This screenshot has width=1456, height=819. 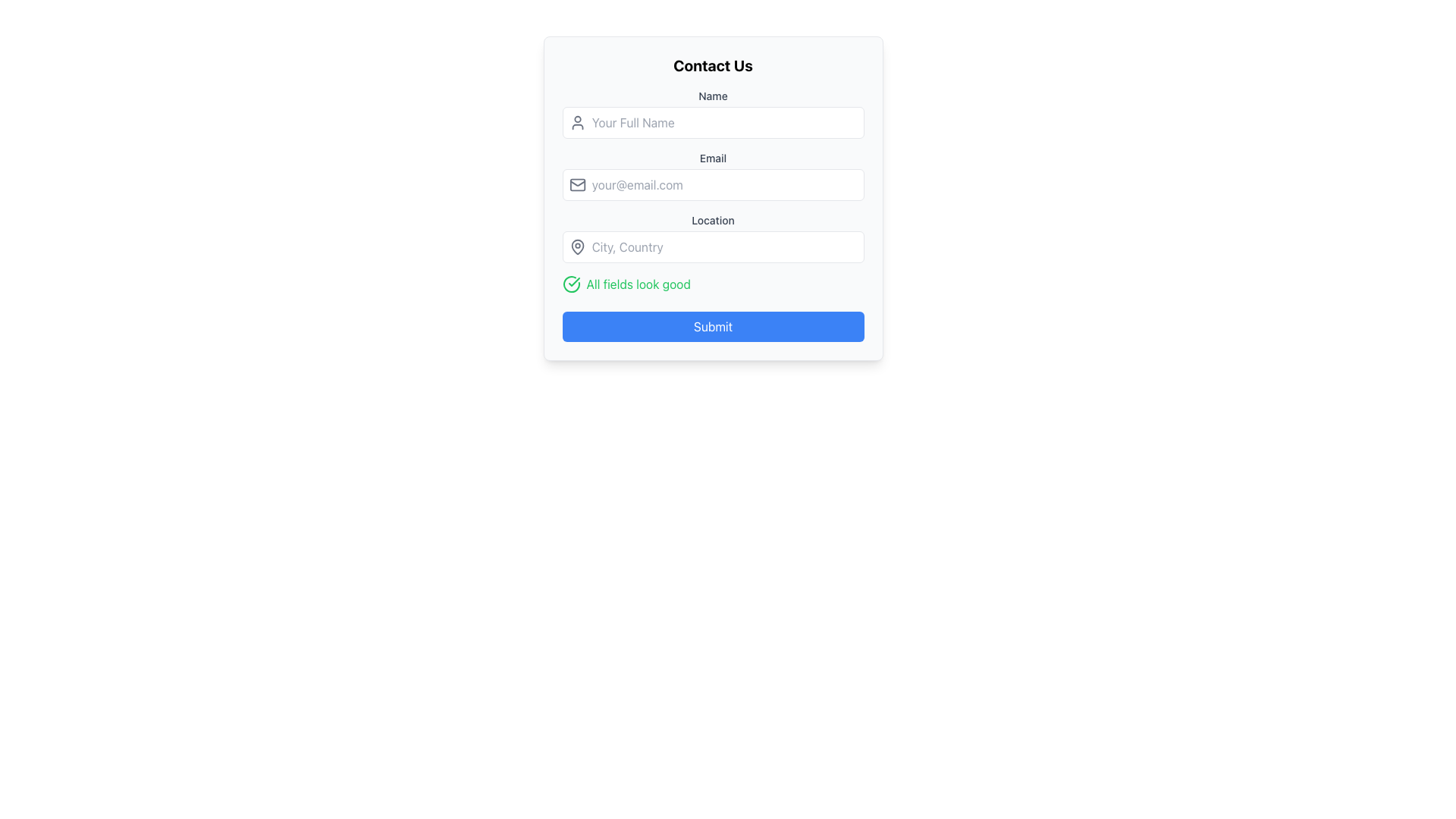 I want to click on the green circular icon with a checkmark that indicates success, located to the left of the 'All fields look good' text in the 'Contact Us' form, so click(x=570, y=284).